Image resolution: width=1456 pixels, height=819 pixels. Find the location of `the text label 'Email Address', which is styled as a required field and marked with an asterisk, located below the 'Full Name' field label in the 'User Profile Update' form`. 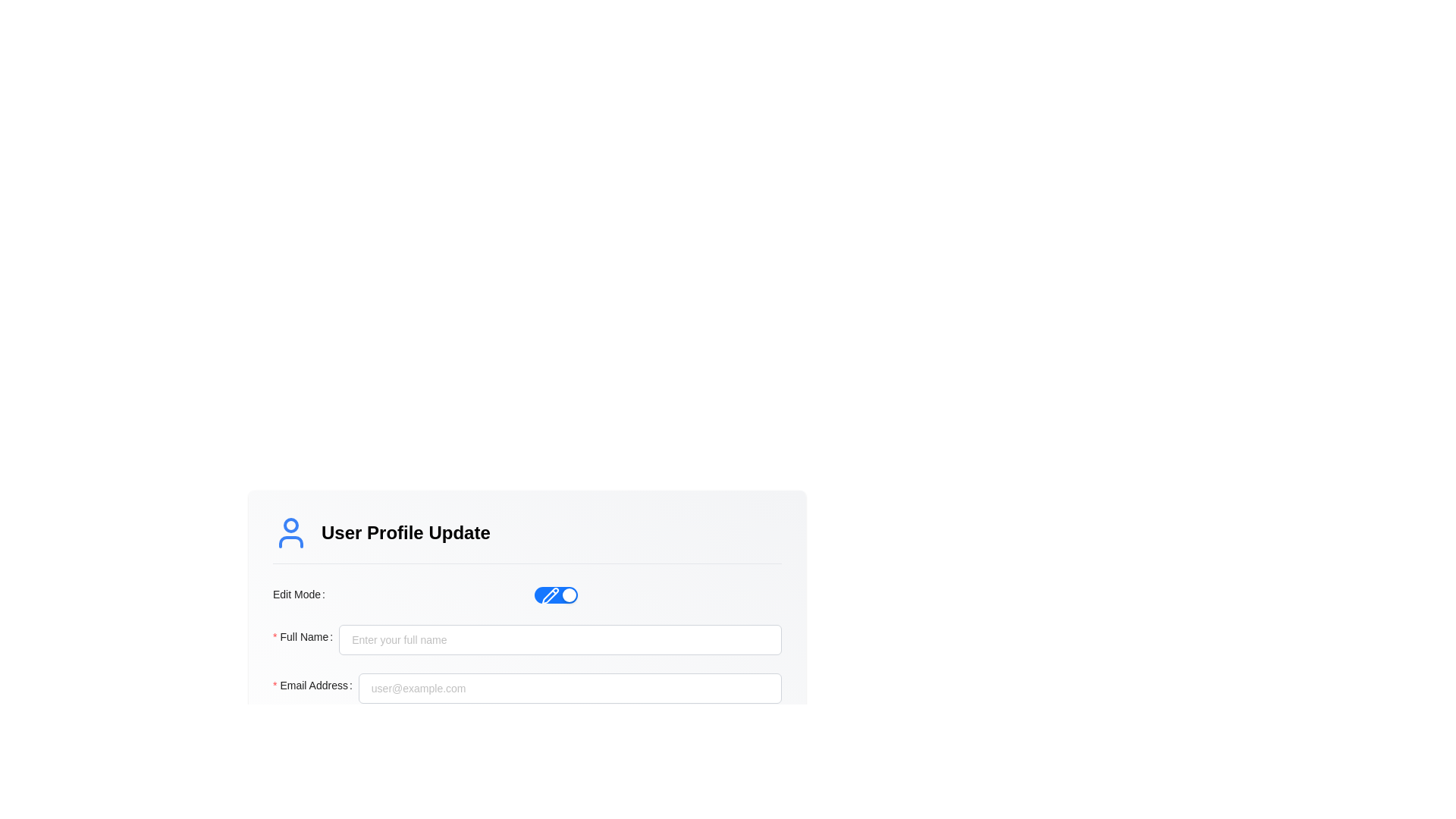

the text label 'Email Address', which is styled as a required field and marked with an asterisk, located below the 'Full Name' field label in the 'User Profile Update' form is located at coordinates (315, 685).